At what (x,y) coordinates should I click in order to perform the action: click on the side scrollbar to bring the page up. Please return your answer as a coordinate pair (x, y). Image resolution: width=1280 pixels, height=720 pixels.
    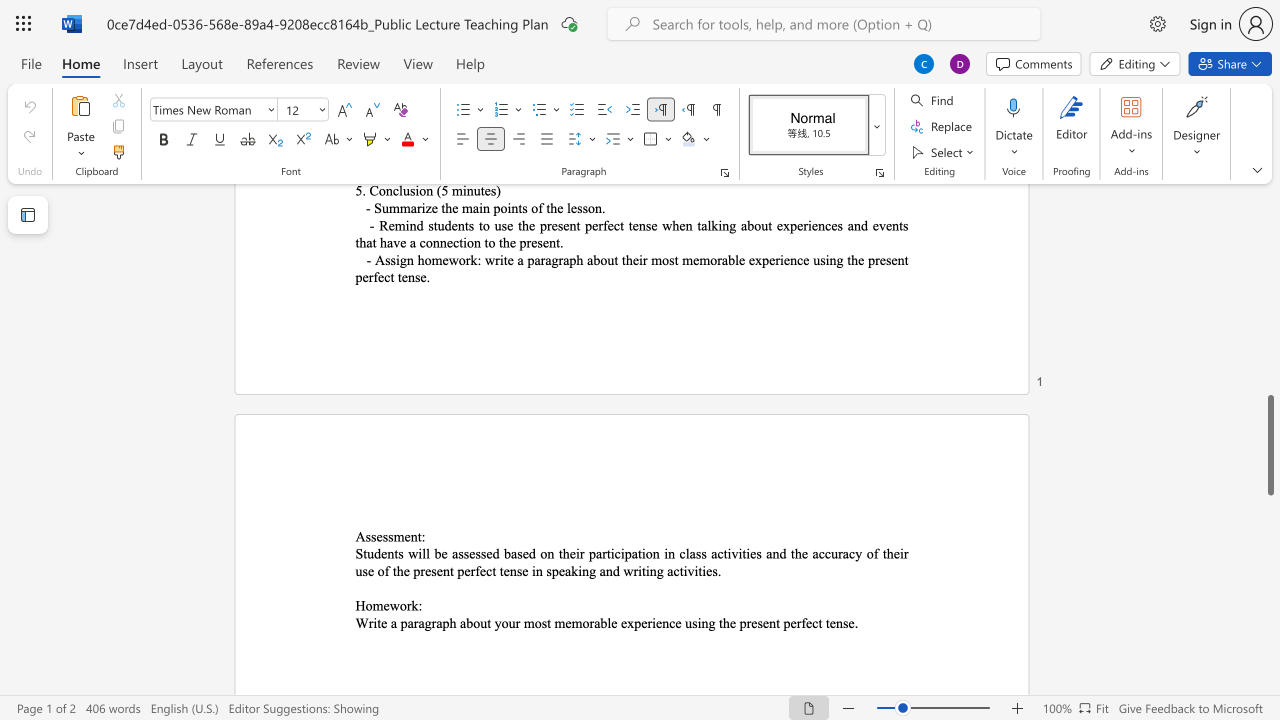
    Looking at the image, I should click on (1269, 270).